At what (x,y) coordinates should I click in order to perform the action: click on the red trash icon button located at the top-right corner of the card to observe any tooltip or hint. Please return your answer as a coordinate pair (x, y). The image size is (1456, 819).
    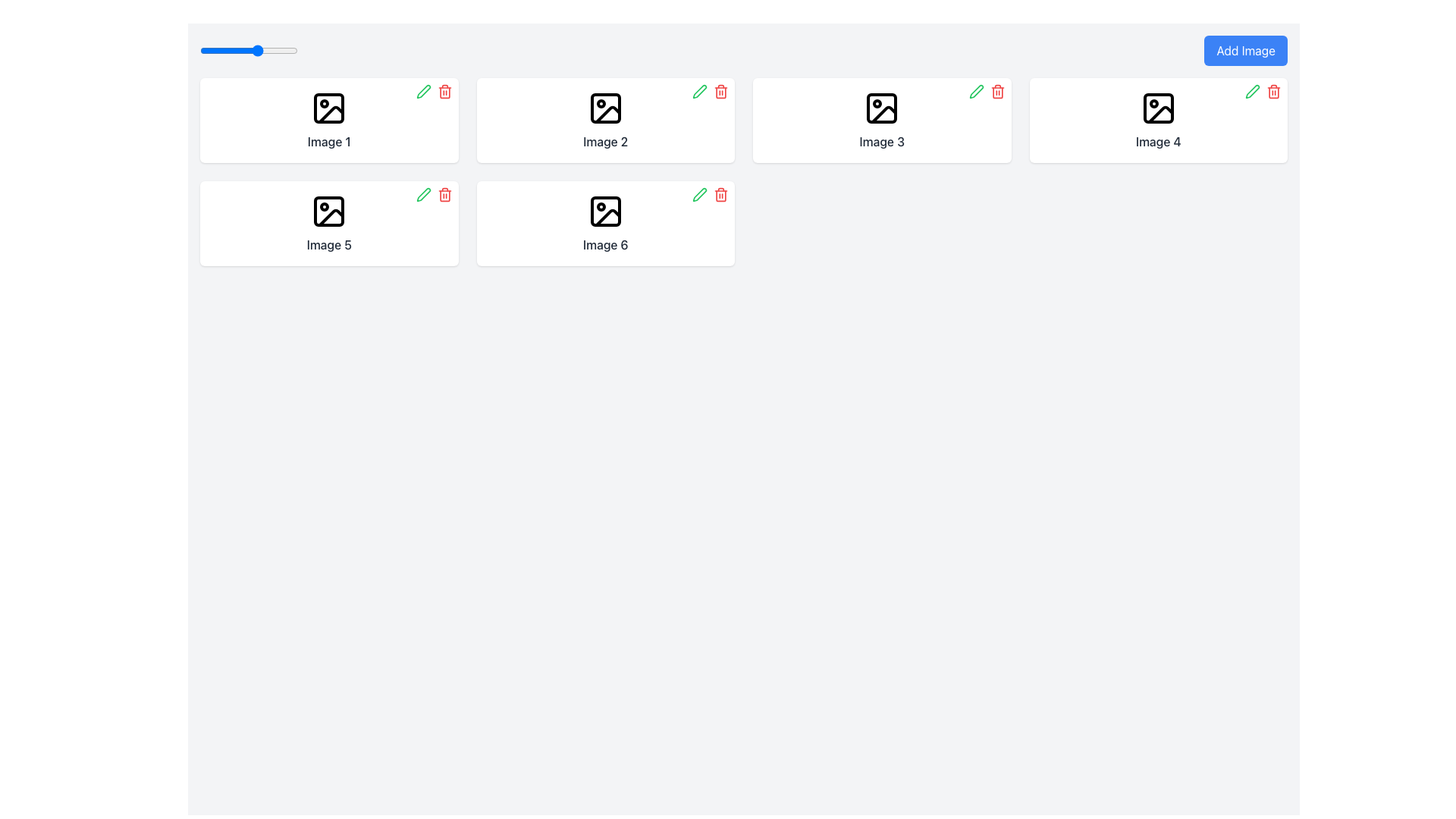
    Looking at the image, I should click on (720, 91).